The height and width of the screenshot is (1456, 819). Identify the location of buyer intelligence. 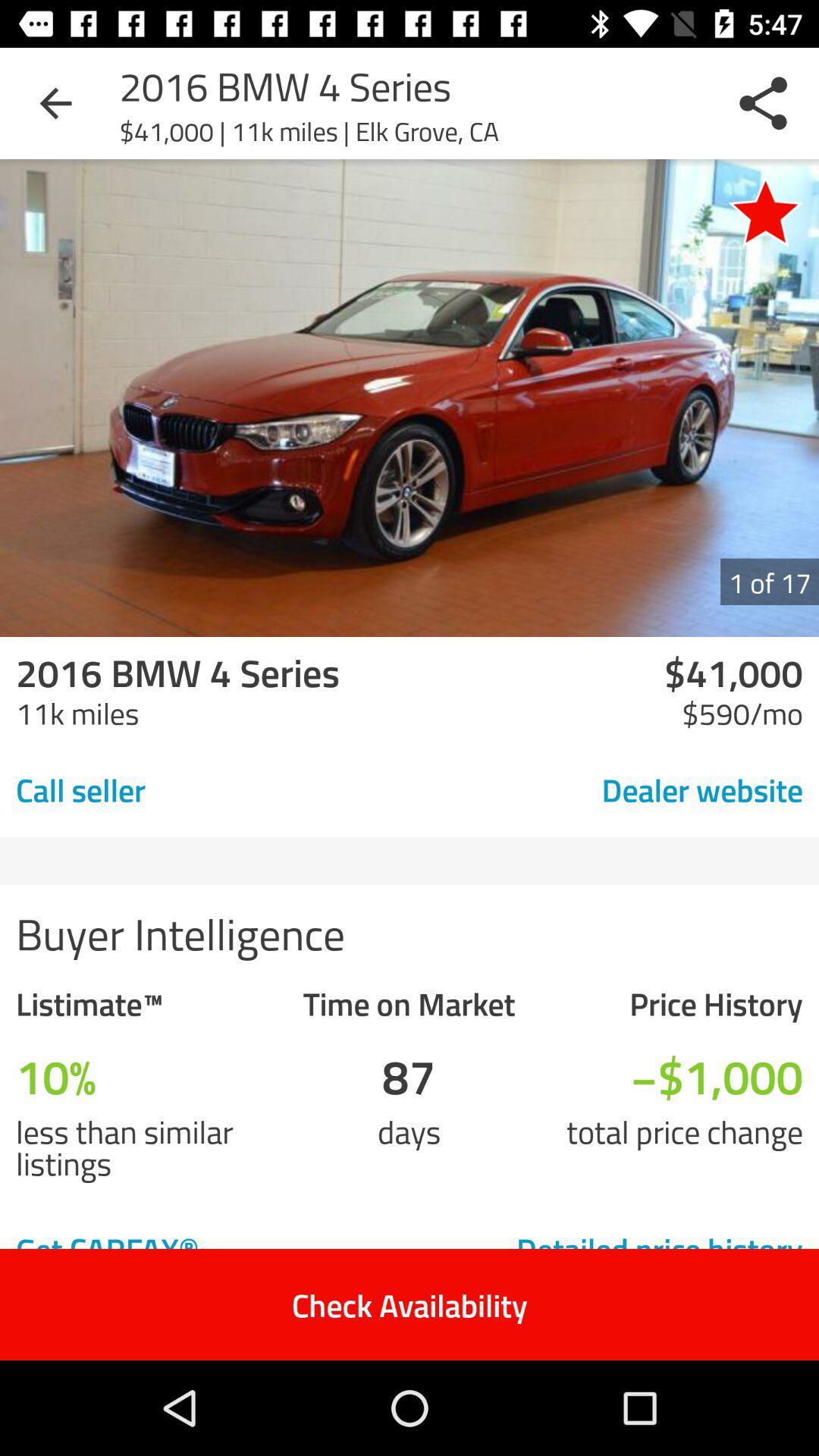
(409, 931).